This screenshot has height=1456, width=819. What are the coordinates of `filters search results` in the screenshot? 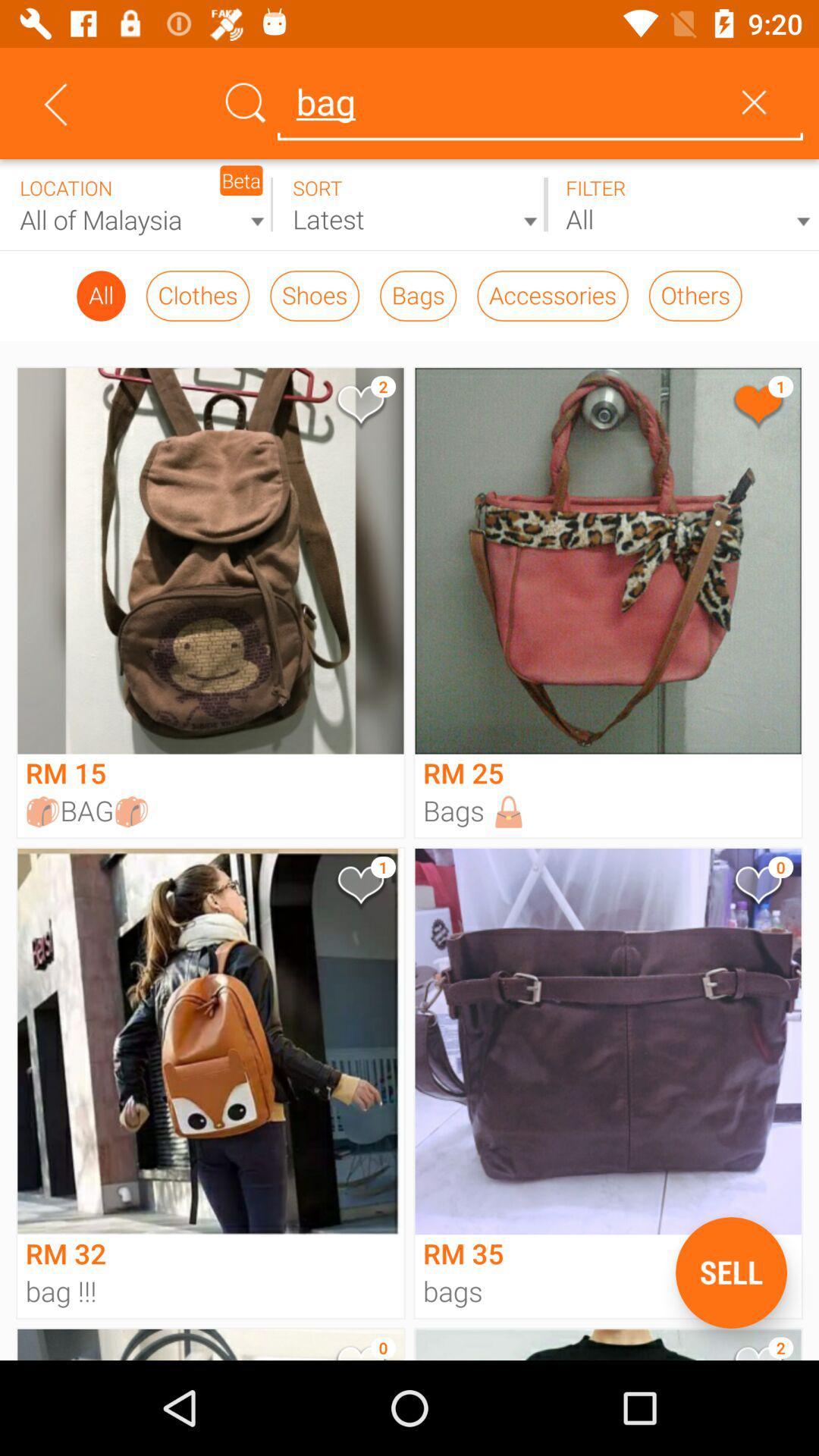 It's located at (681, 204).